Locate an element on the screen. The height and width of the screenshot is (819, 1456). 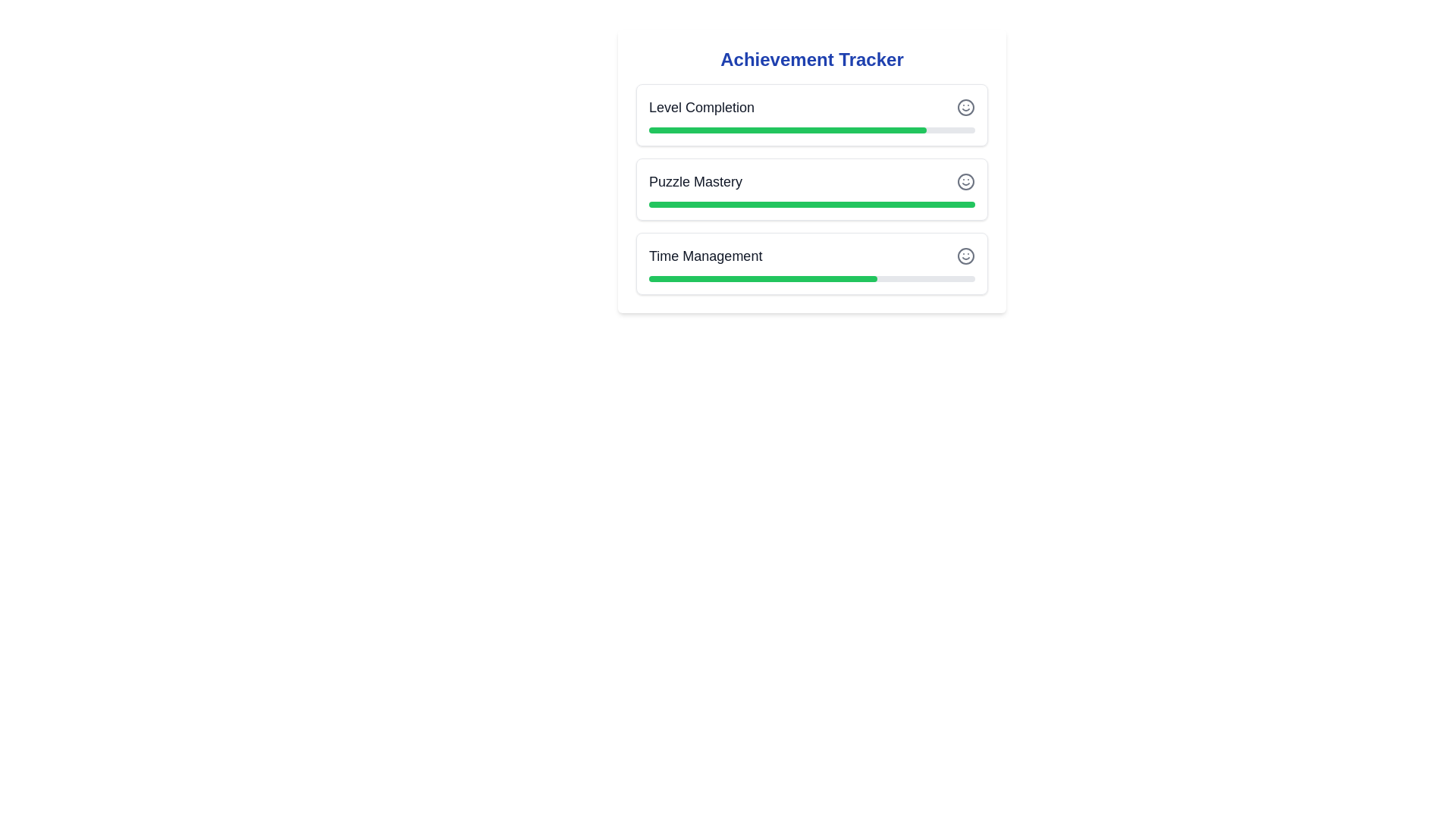
the progress bar representing the completion status for the 'Puzzle Mastery' task, located below the title within a bordered card section is located at coordinates (811, 205).